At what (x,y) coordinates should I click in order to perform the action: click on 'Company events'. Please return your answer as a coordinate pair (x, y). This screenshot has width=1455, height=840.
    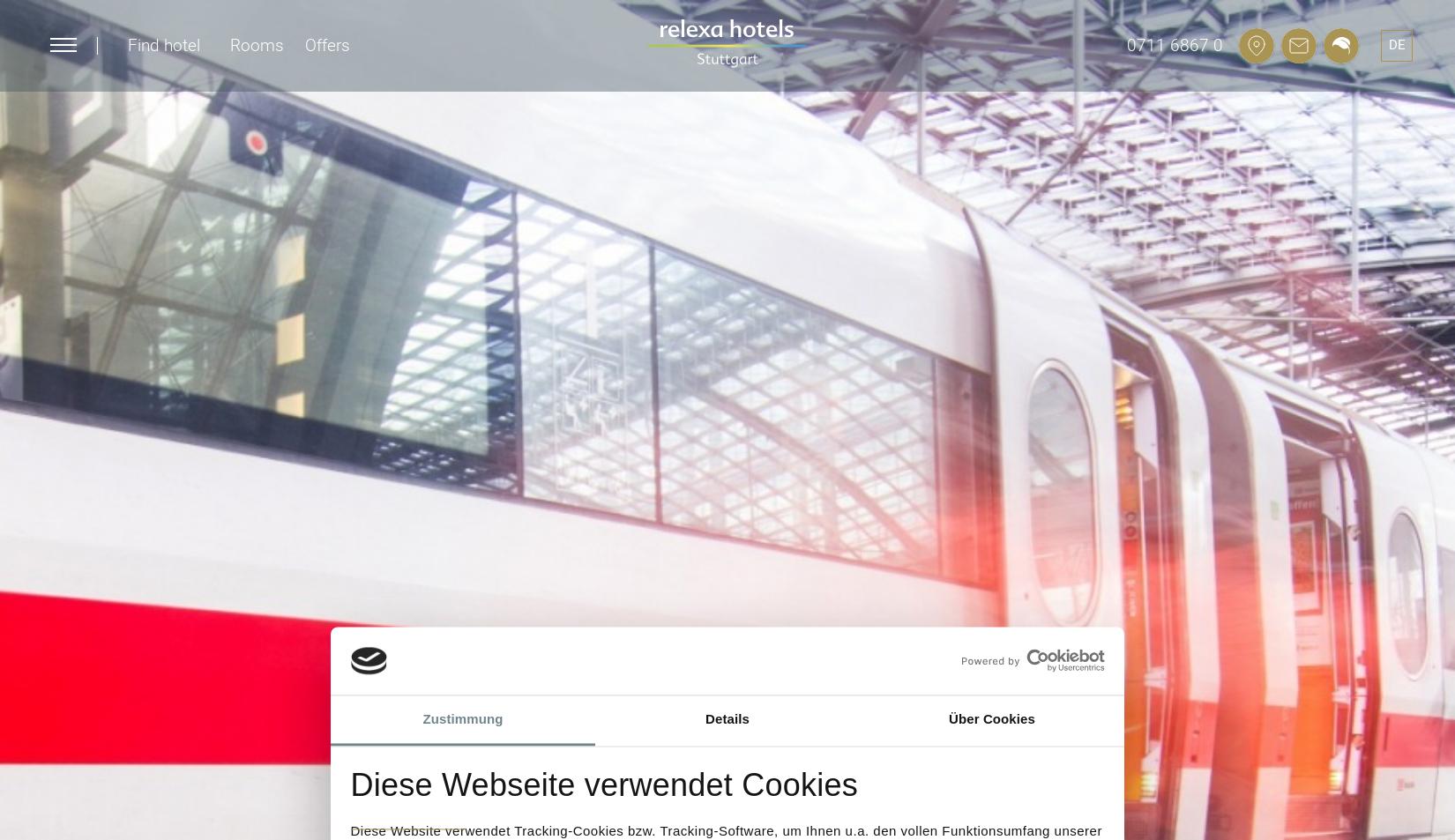
    Looking at the image, I should click on (960, 182).